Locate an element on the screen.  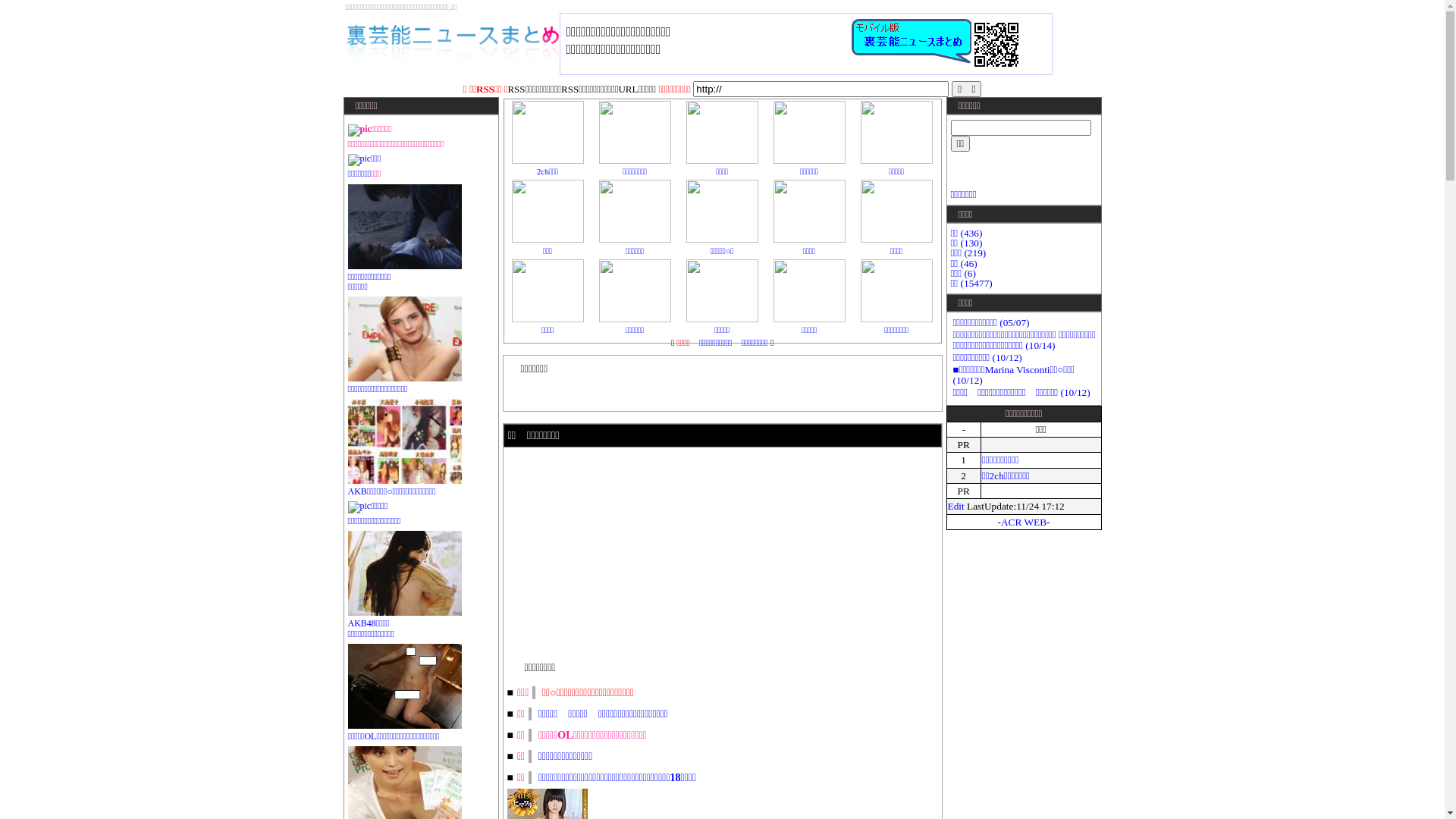
'Edit' is located at coordinates (946, 506).